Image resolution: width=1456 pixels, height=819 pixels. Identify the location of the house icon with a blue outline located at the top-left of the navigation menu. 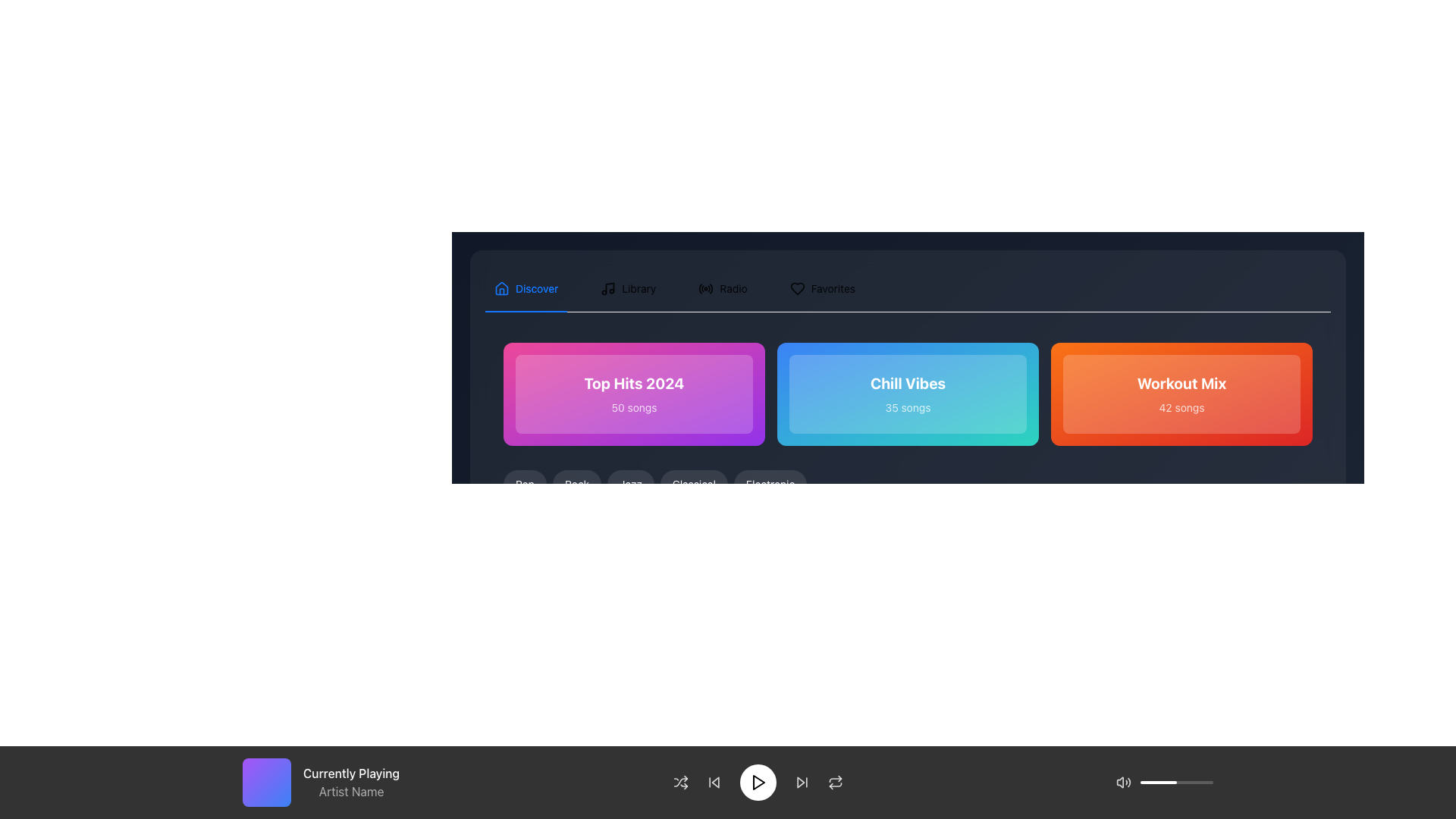
(502, 289).